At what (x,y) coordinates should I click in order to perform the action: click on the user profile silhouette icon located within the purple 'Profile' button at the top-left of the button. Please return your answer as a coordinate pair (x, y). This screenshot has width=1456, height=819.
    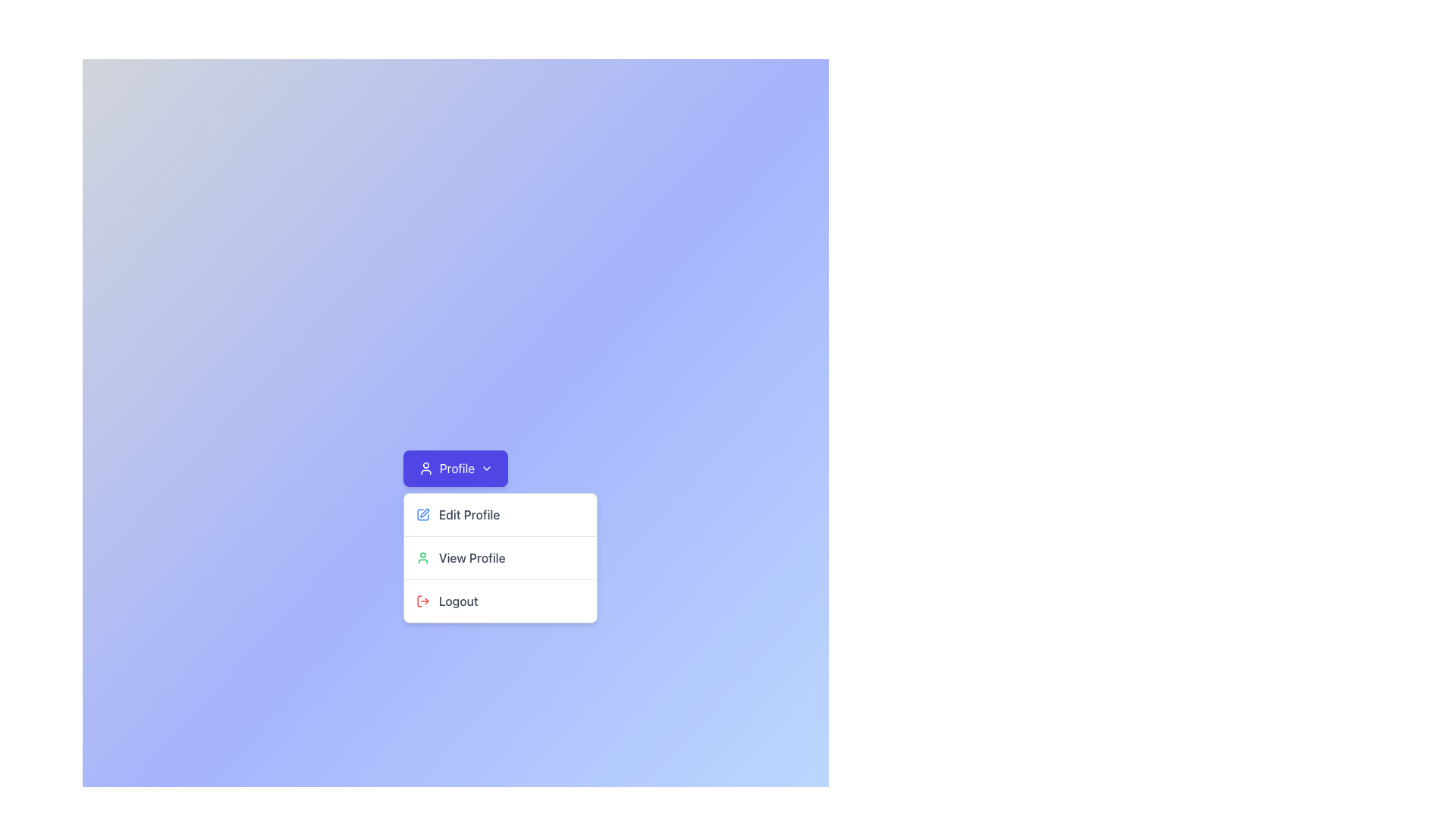
    Looking at the image, I should click on (425, 467).